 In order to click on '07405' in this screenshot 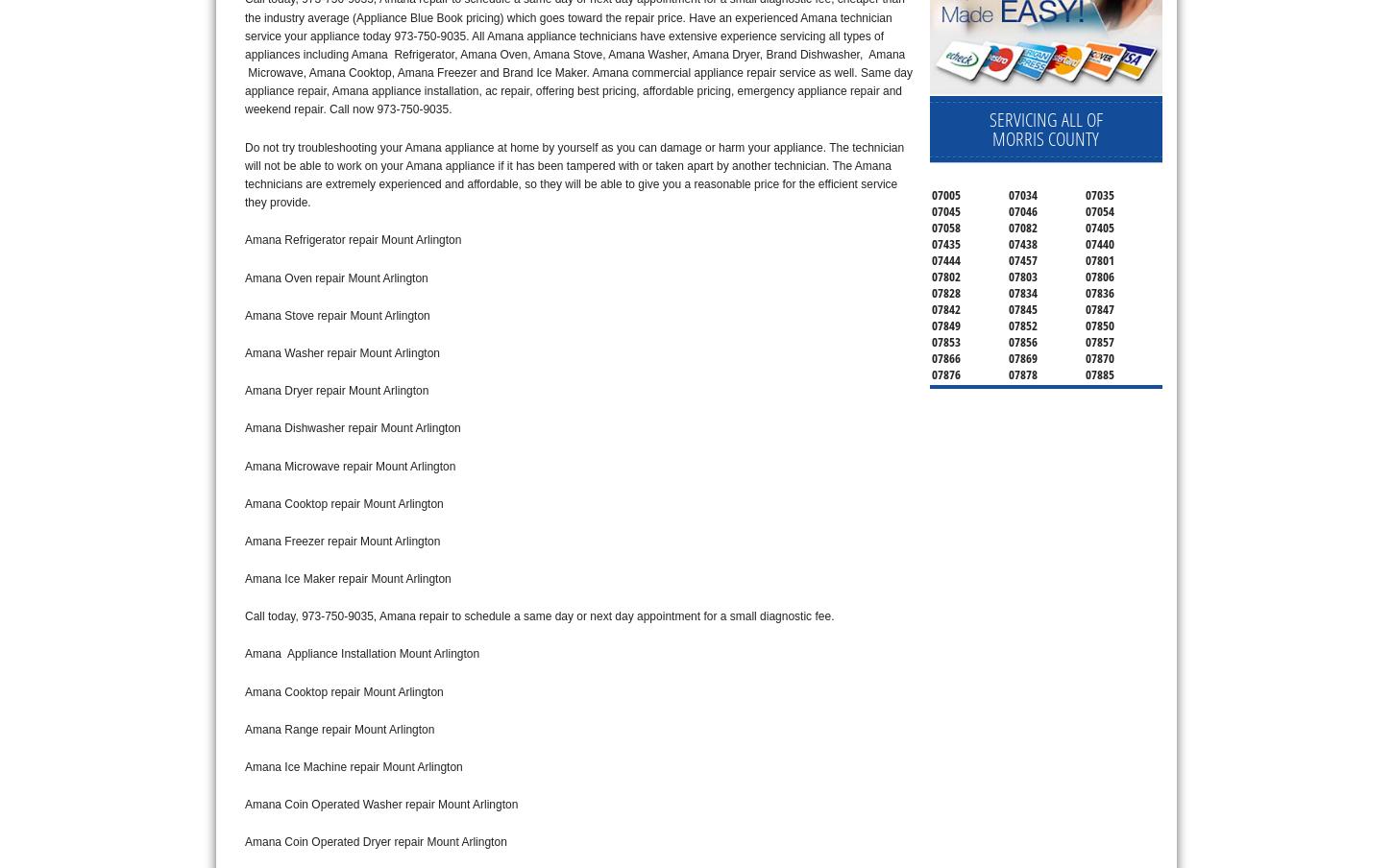, I will do `click(1084, 226)`.